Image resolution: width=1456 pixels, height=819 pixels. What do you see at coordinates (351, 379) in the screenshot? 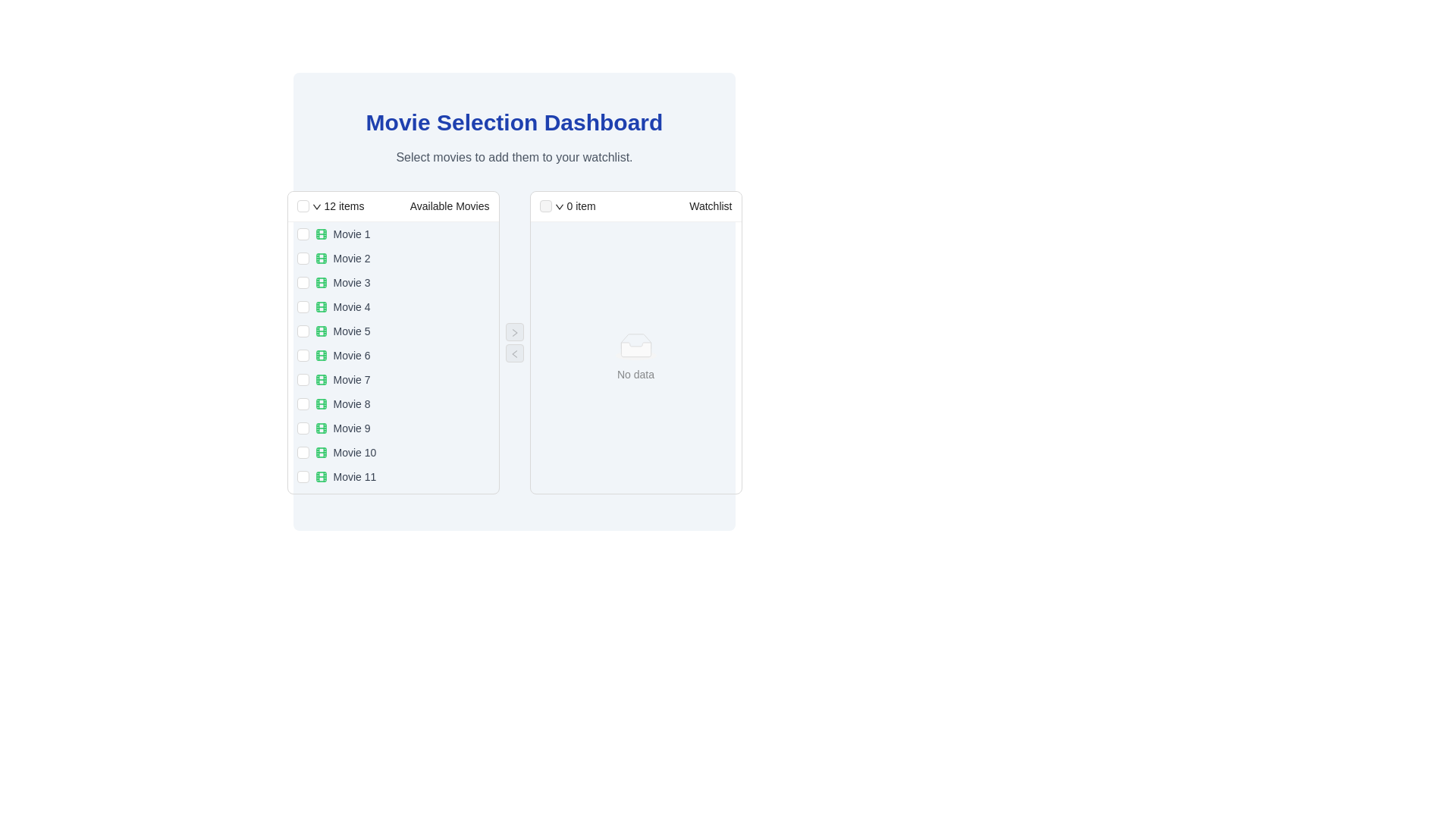
I see `the 'Movie 7' text label, which displays the title and is located in the center-left panel under 'Available Movies'` at bounding box center [351, 379].